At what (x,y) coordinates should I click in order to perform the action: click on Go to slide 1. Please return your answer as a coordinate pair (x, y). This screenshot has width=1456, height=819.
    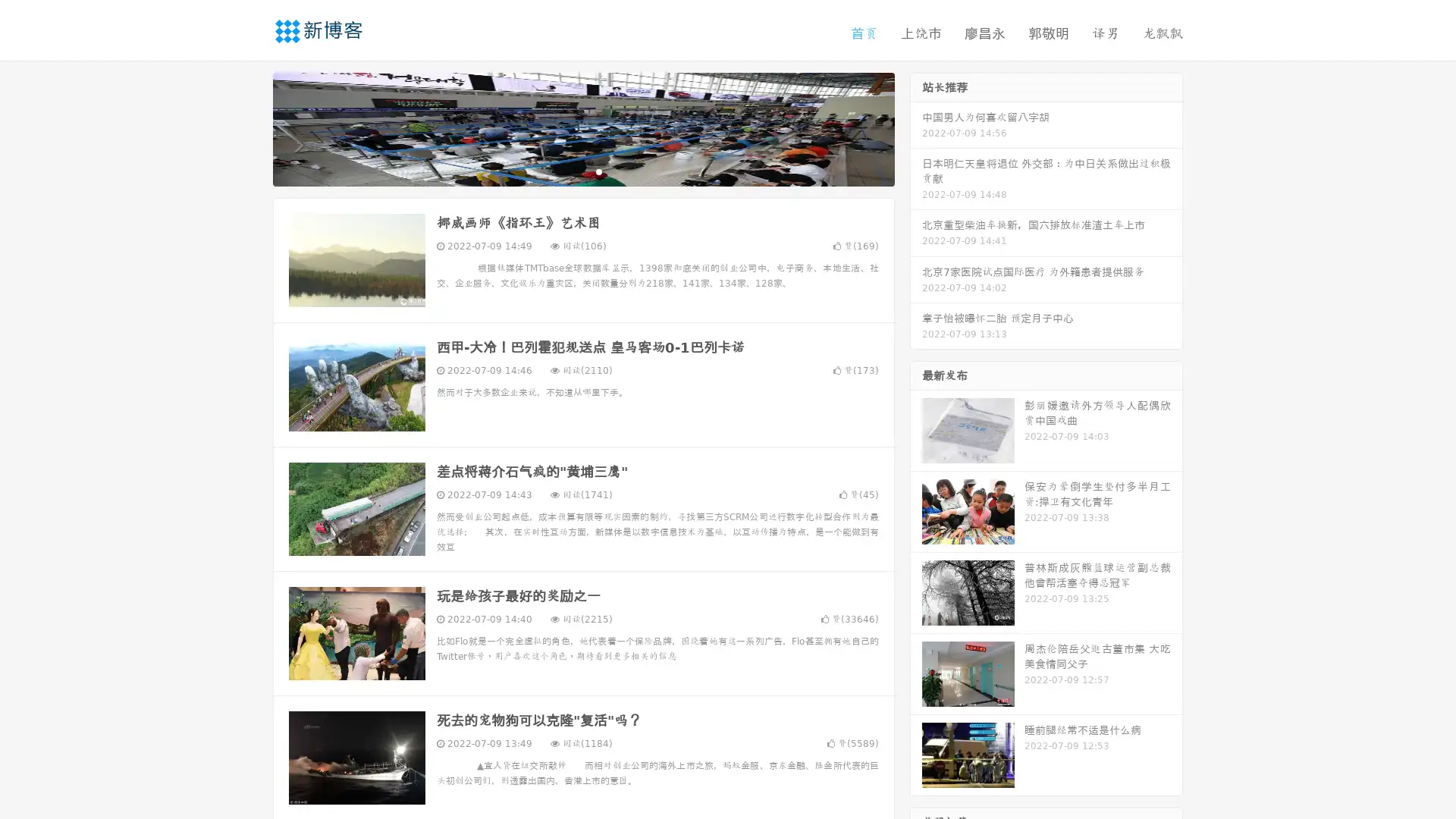
    Looking at the image, I should click on (567, 171).